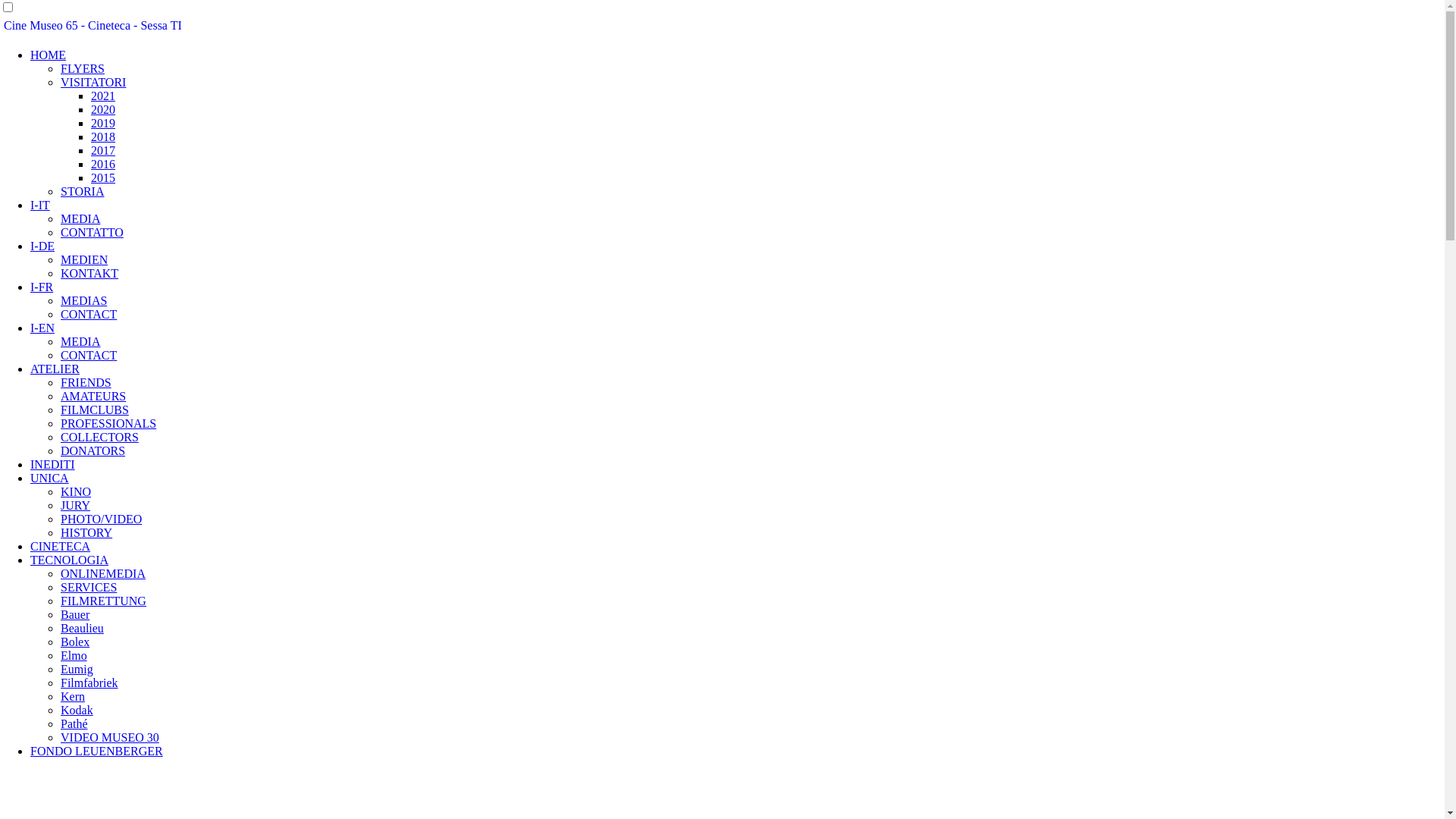 The height and width of the screenshot is (819, 1456). I want to click on '2020', so click(102, 108).